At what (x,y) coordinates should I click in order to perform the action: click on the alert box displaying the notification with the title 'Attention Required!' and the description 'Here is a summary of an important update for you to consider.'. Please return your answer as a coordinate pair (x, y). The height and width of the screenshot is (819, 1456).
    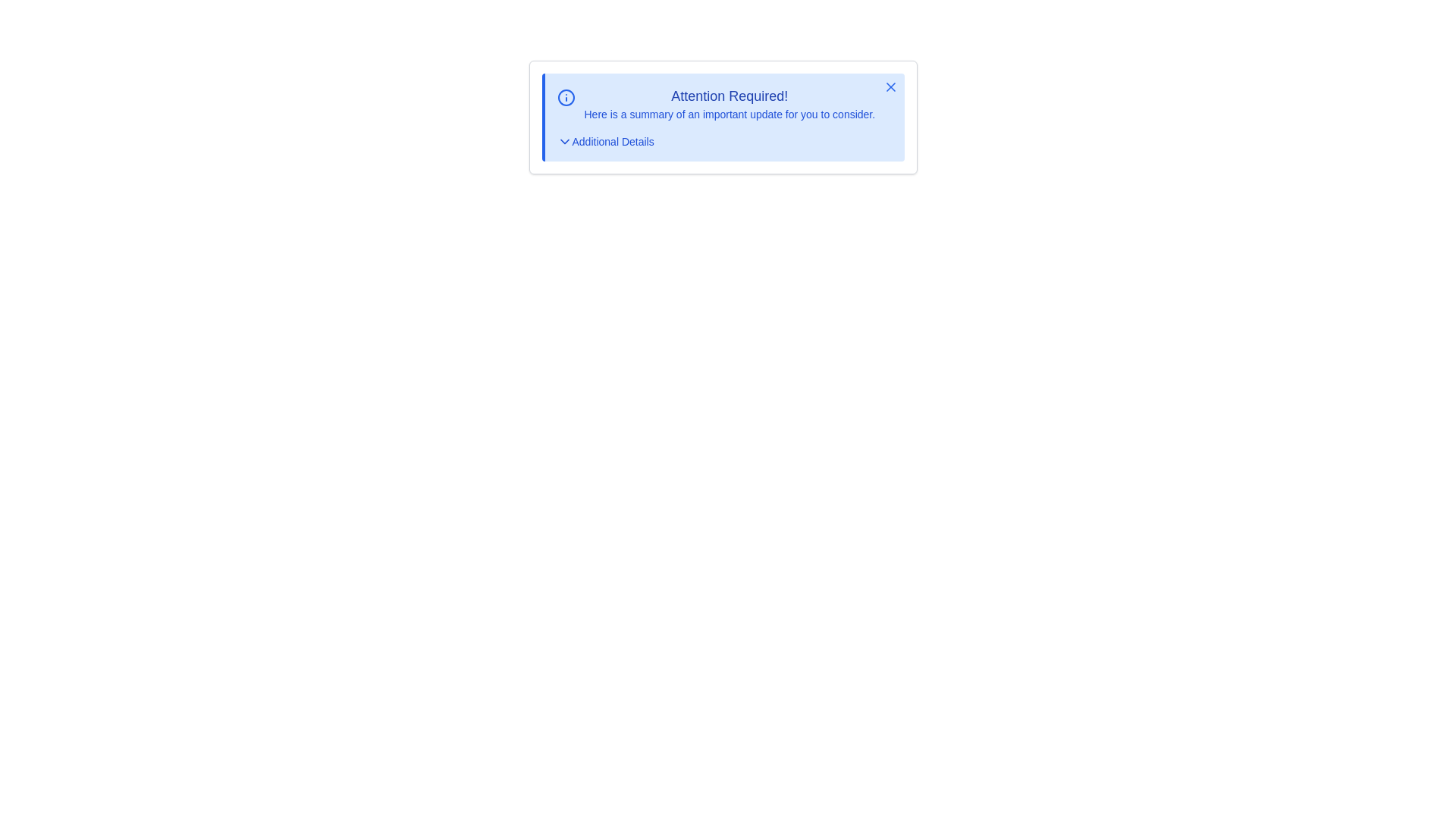
    Looking at the image, I should click on (723, 103).